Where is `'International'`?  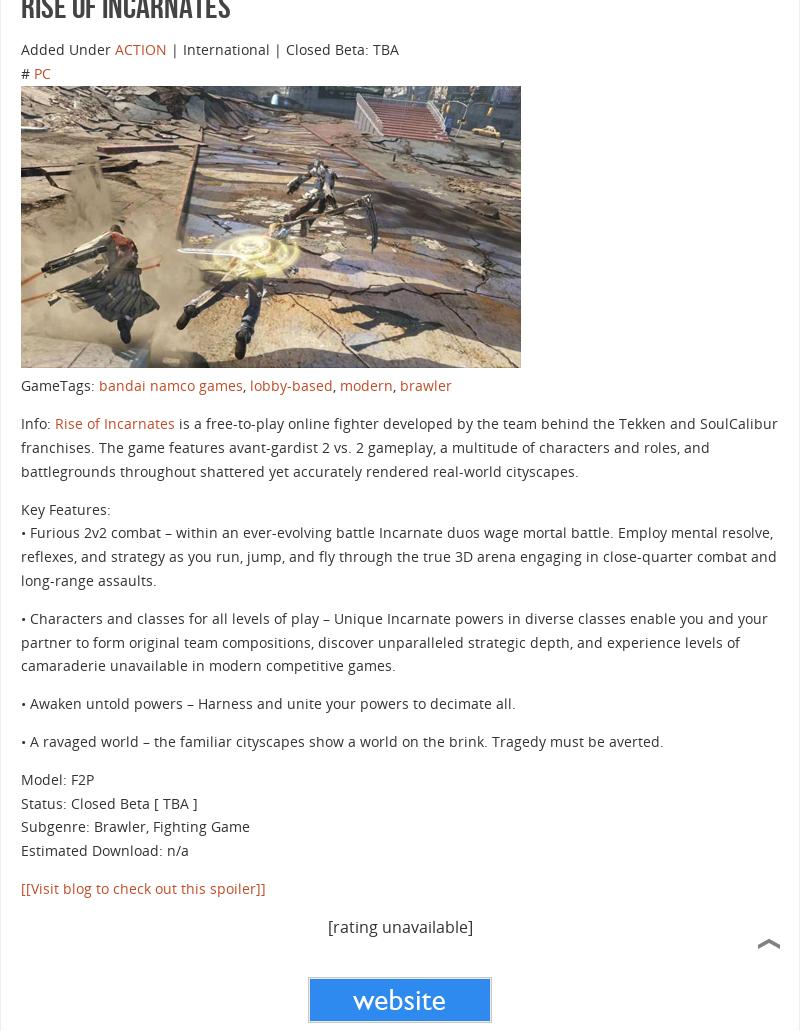 'International' is located at coordinates (226, 48).